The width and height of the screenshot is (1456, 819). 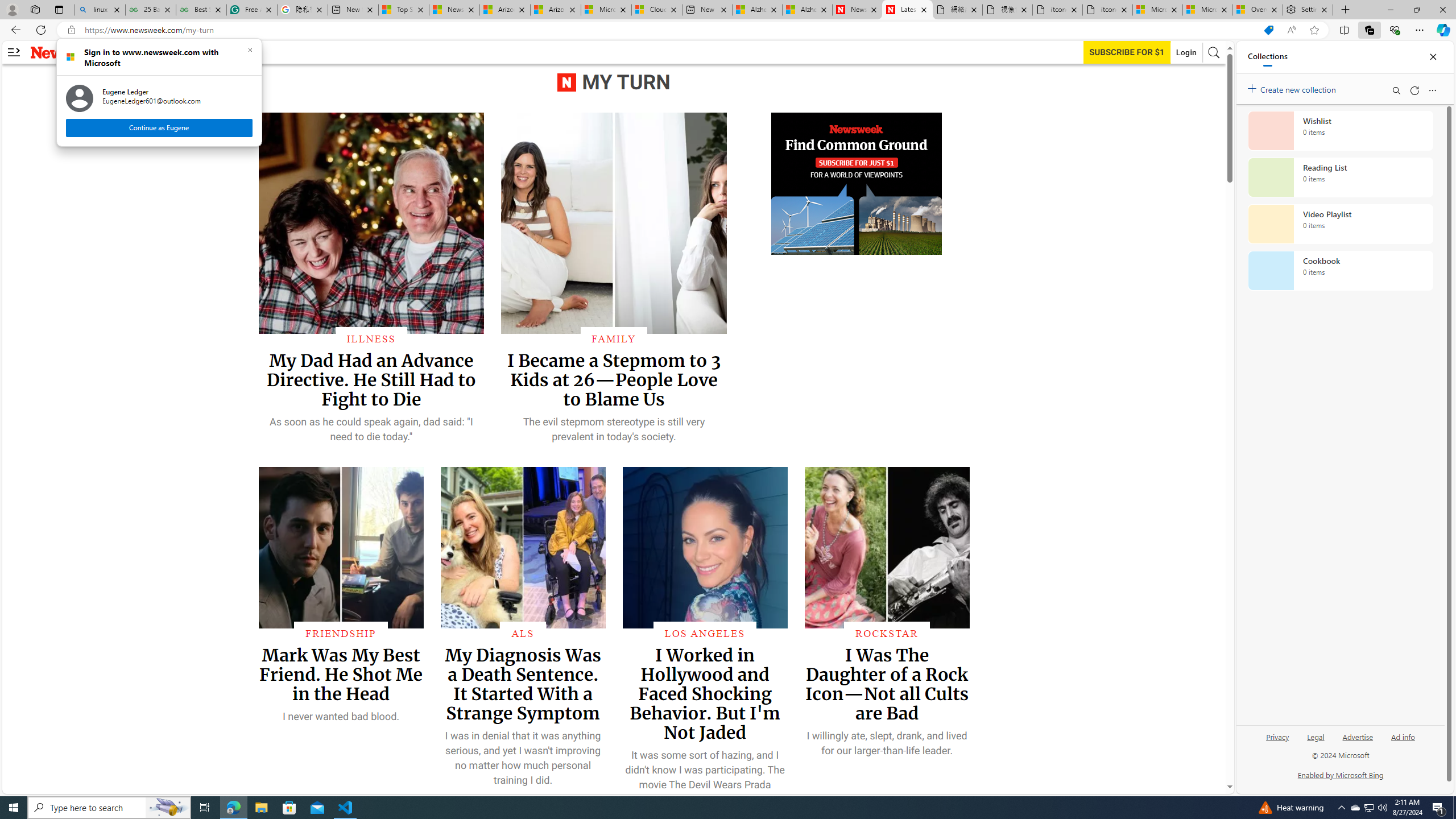 I want to click on 'Reading List collection, 0 items', so click(x=1340, y=176).